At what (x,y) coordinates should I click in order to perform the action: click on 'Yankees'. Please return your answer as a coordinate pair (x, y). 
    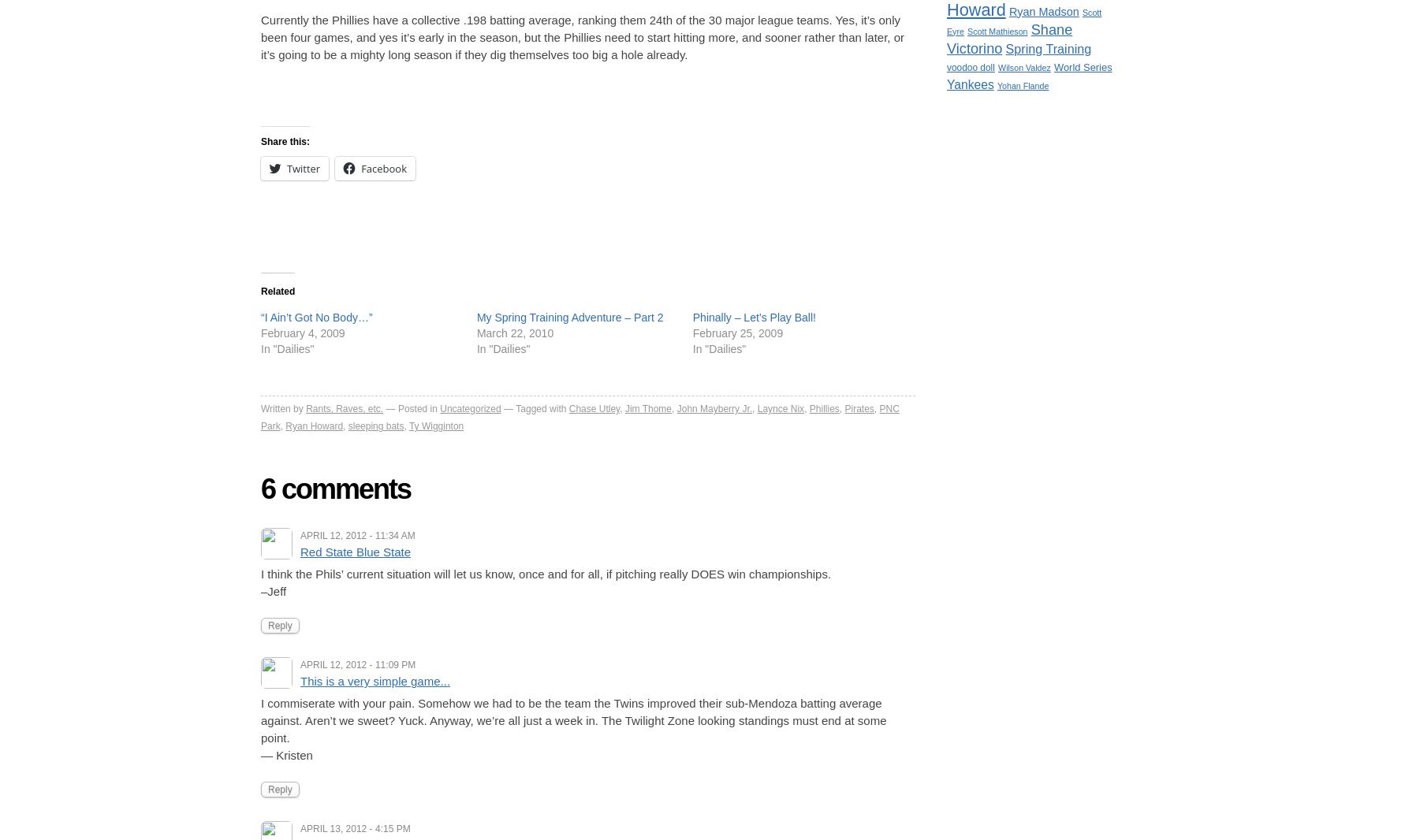
    Looking at the image, I should click on (969, 83).